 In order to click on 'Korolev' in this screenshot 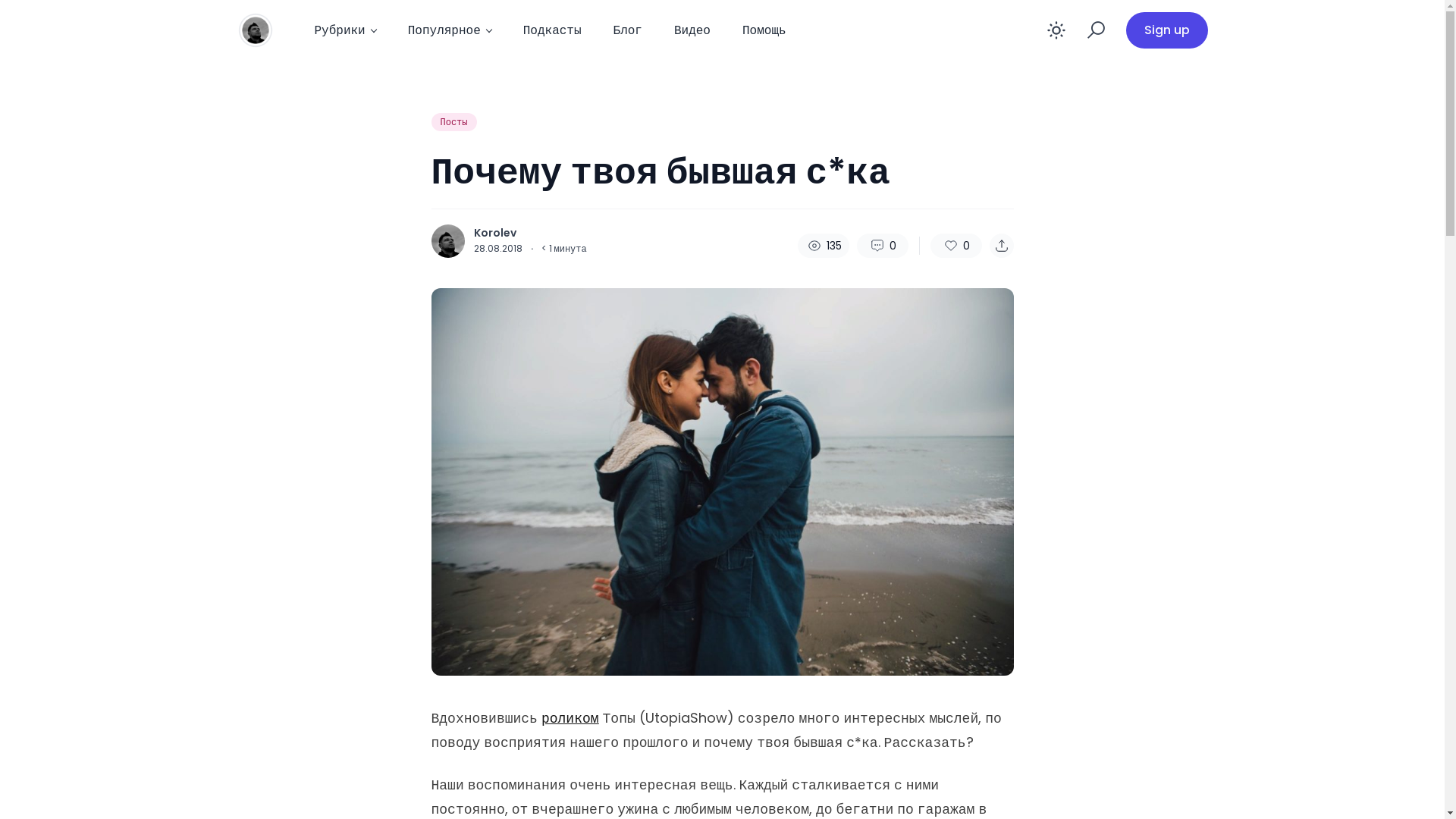, I will do `click(472, 233)`.